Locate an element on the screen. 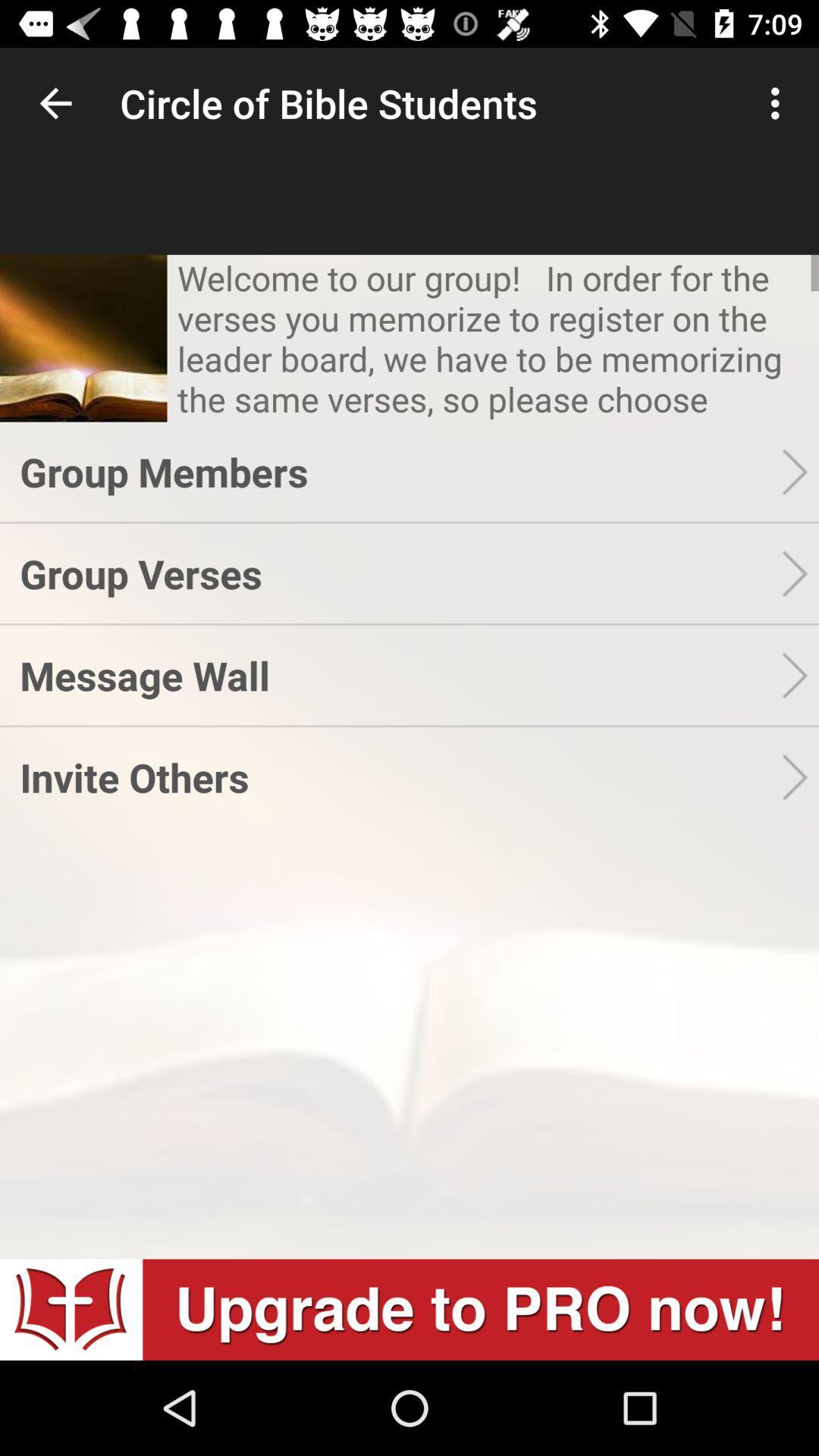  group members item is located at coordinates (400, 471).